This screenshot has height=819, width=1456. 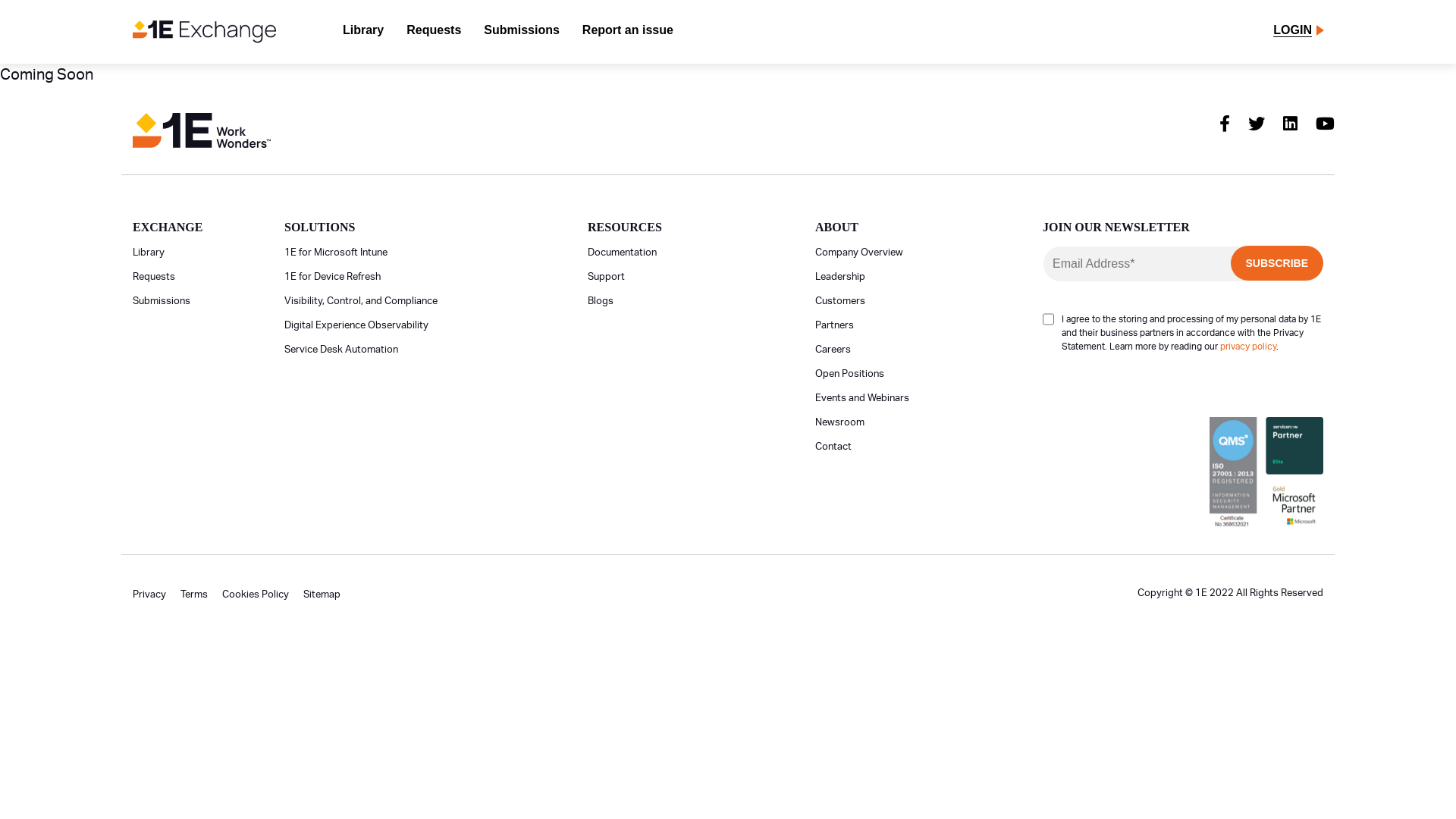 I want to click on 'Submissions', so click(x=161, y=301).